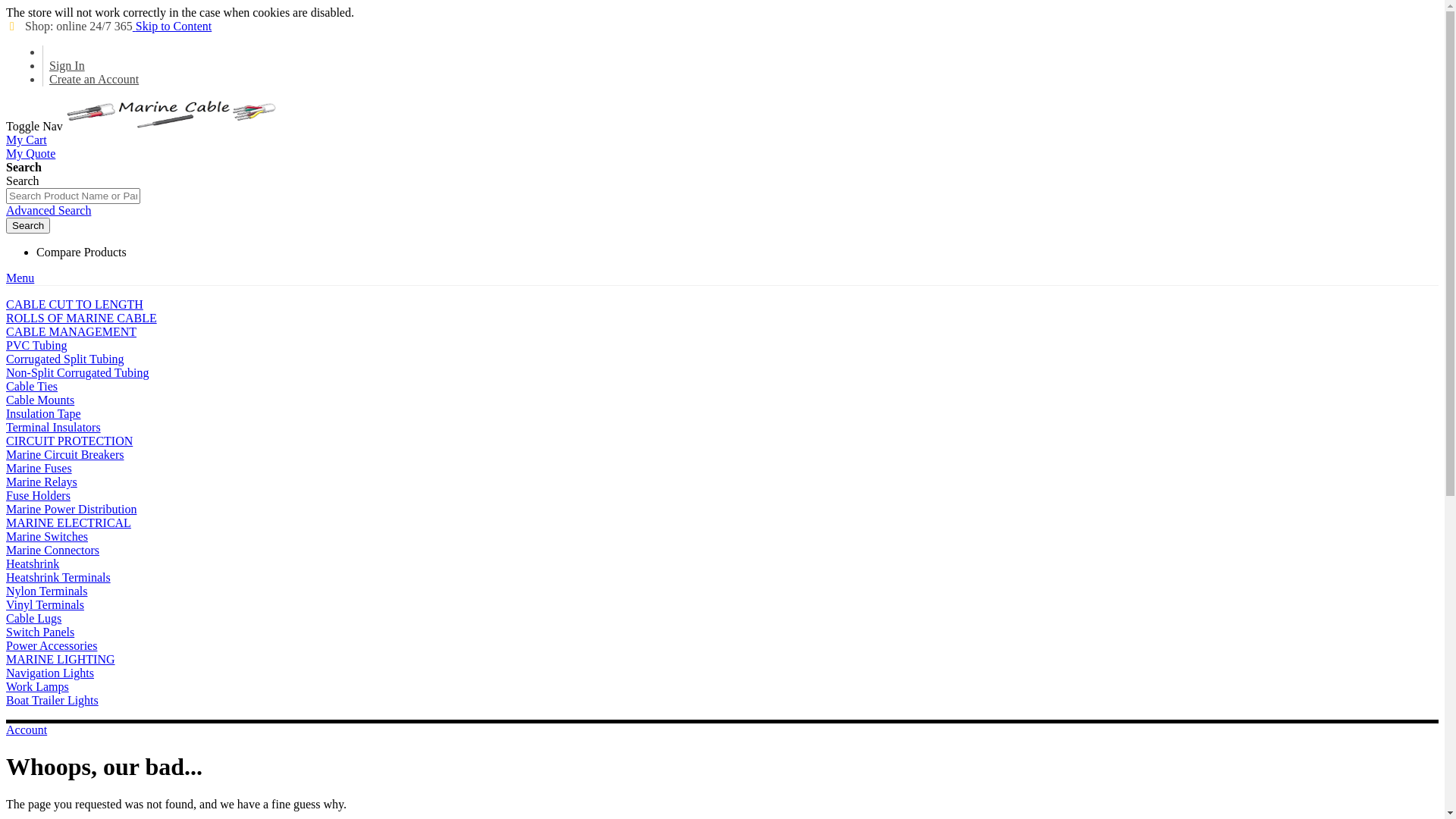 This screenshot has width=1456, height=819. Describe the element at coordinates (39, 399) in the screenshot. I see `'Cable Mounts'` at that location.